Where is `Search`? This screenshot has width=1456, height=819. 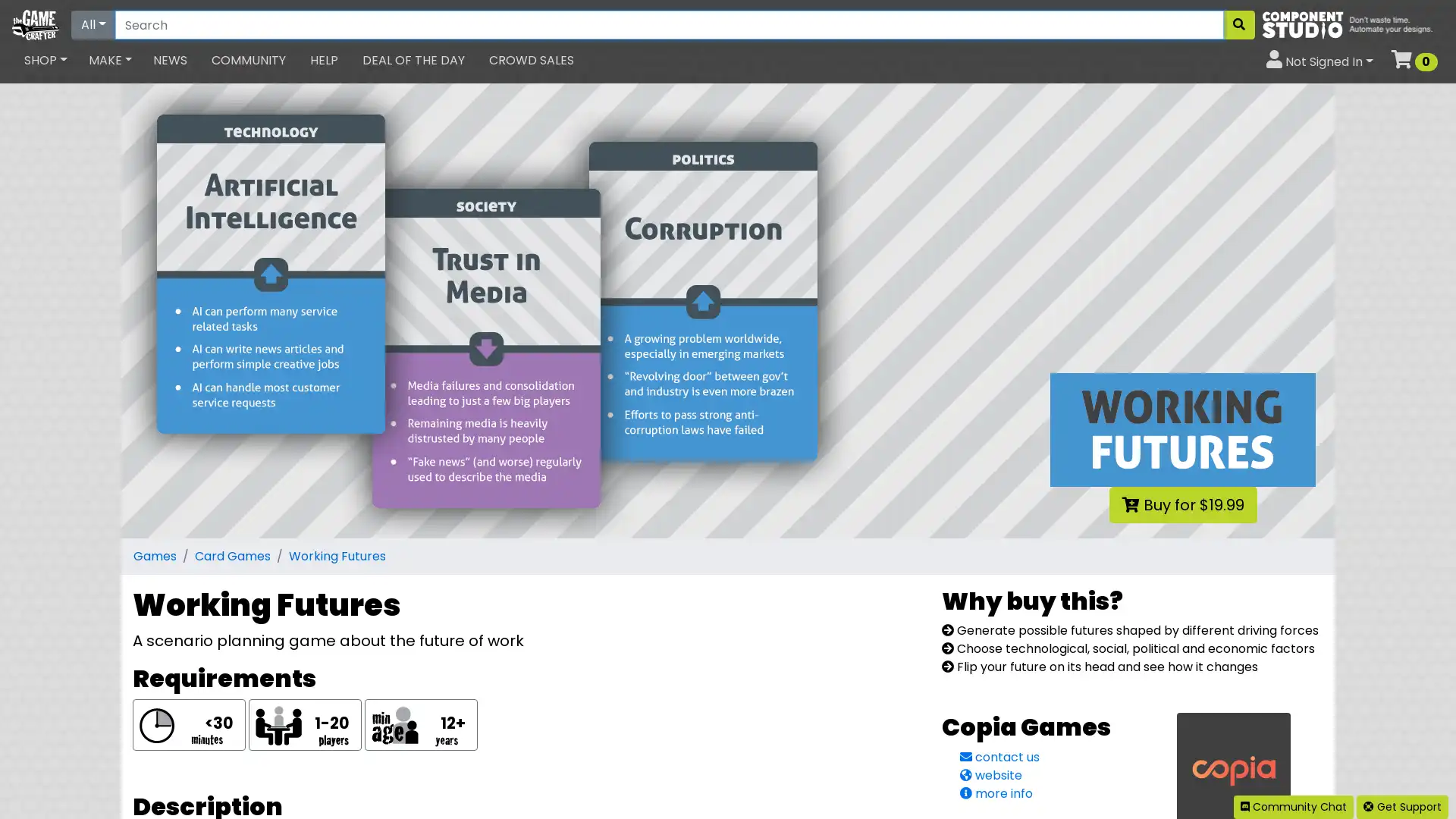 Search is located at coordinates (1238, 25).